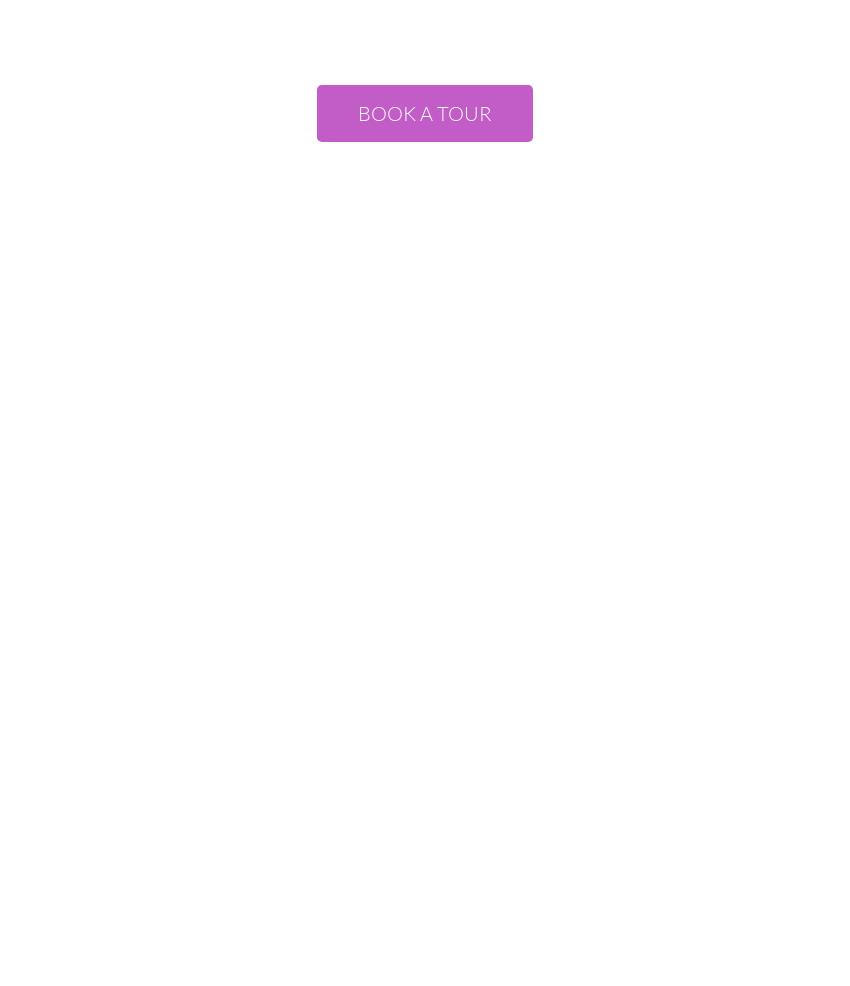 This screenshot has height=986, width=850. Describe the element at coordinates (424, 222) in the screenshot. I see `'We’ll send you the best deals for you and updates.'` at that location.